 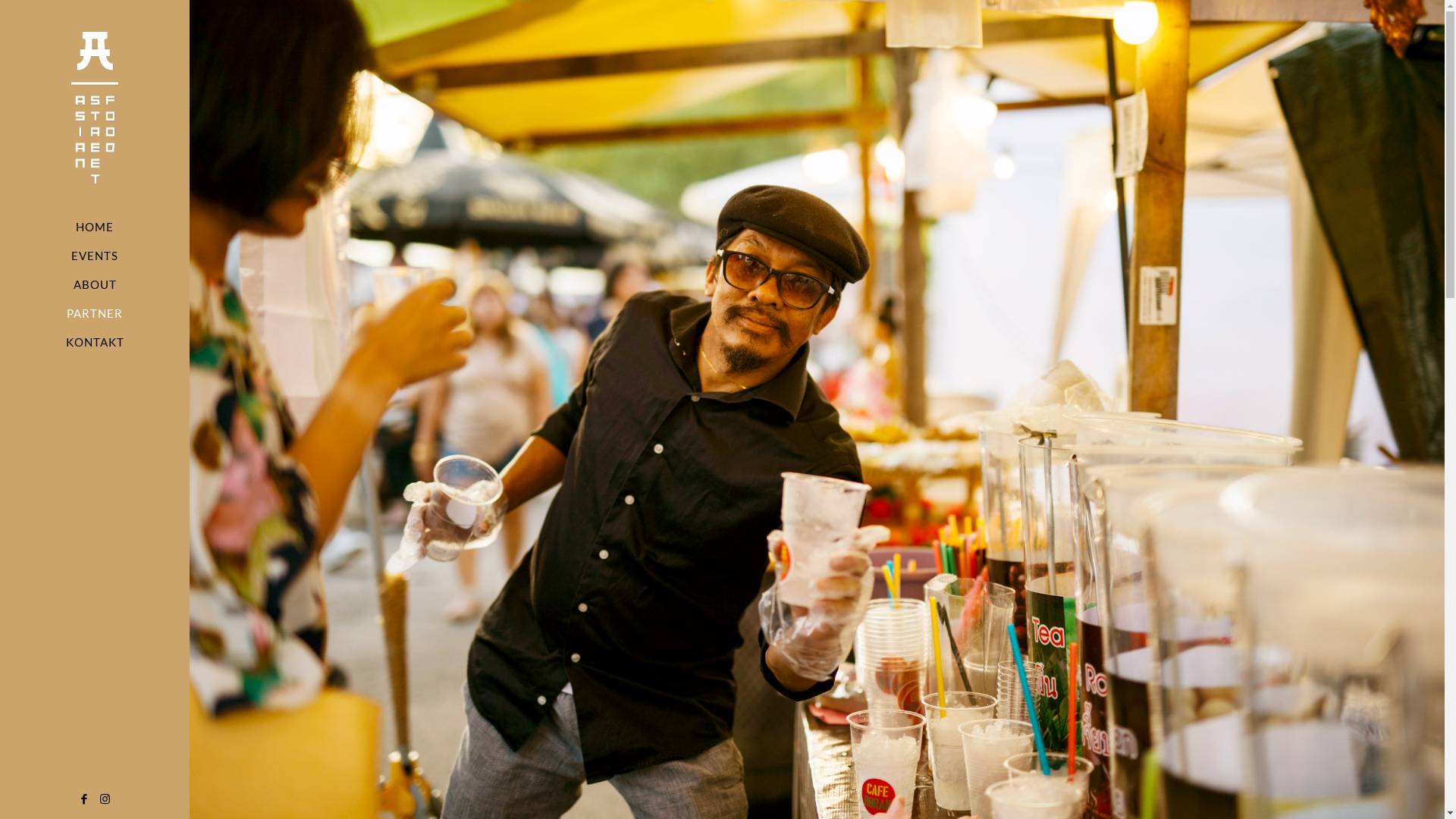 I want to click on 'Facebook', so click(x=83, y=798).